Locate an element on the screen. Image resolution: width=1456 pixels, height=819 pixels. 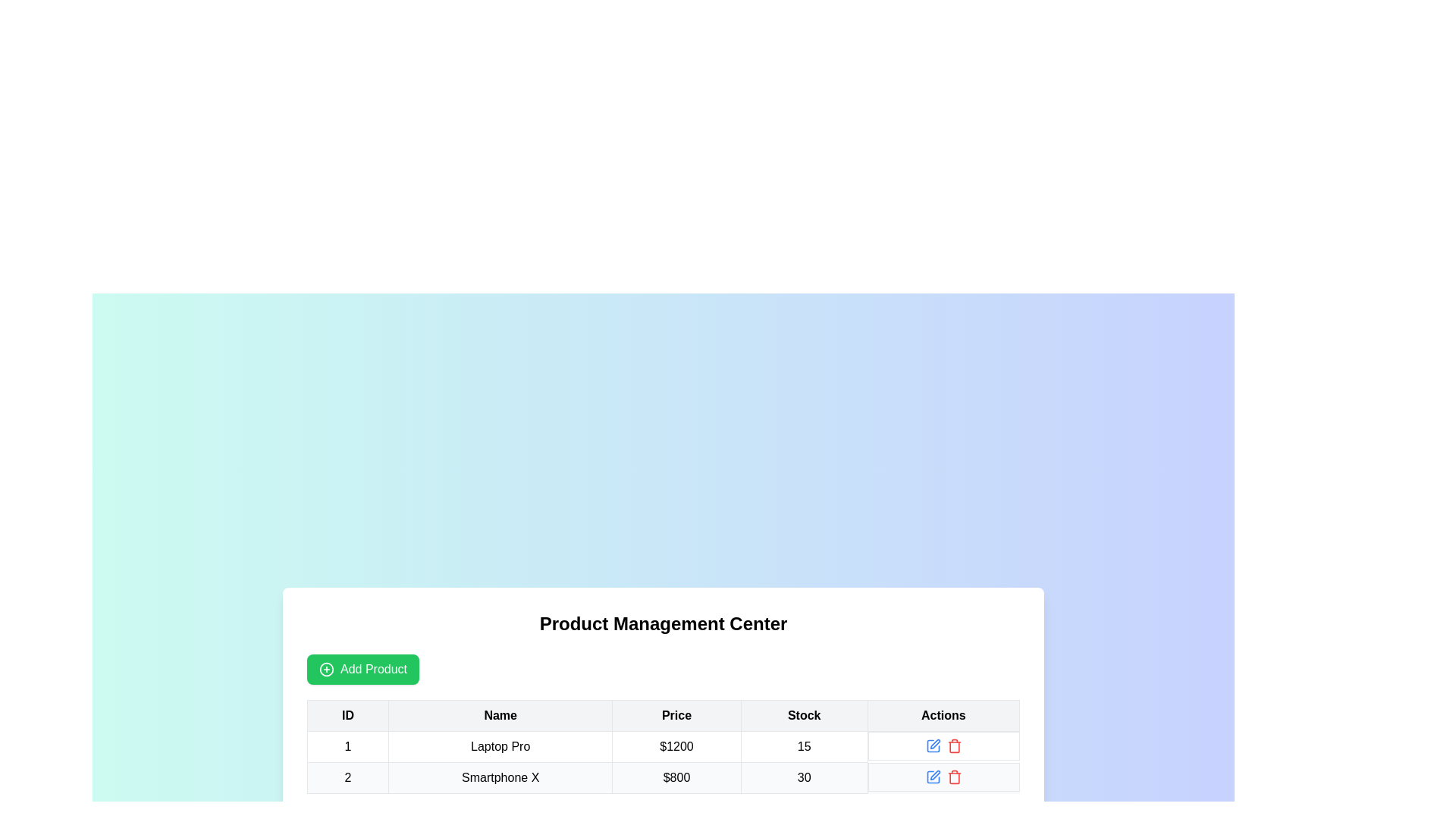
the second row of the table containing the values '2', 'Smartphone X', '$800', '30', and action buttons by clicking on one of its cells is located at coordinates (663, 778).